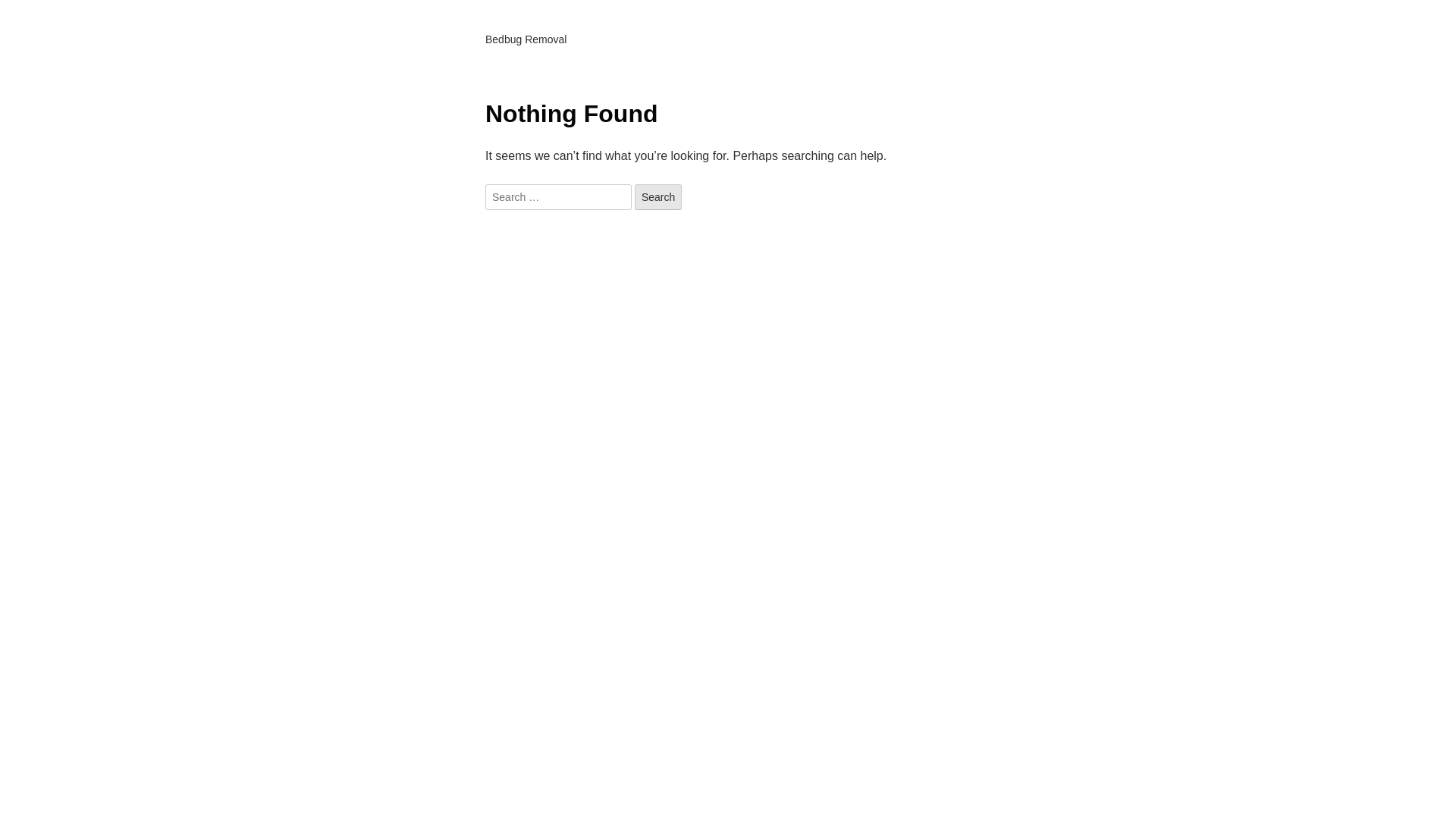 This screenshot has height=819, width=1456. I want to click on 'Search', so click(634, 196).